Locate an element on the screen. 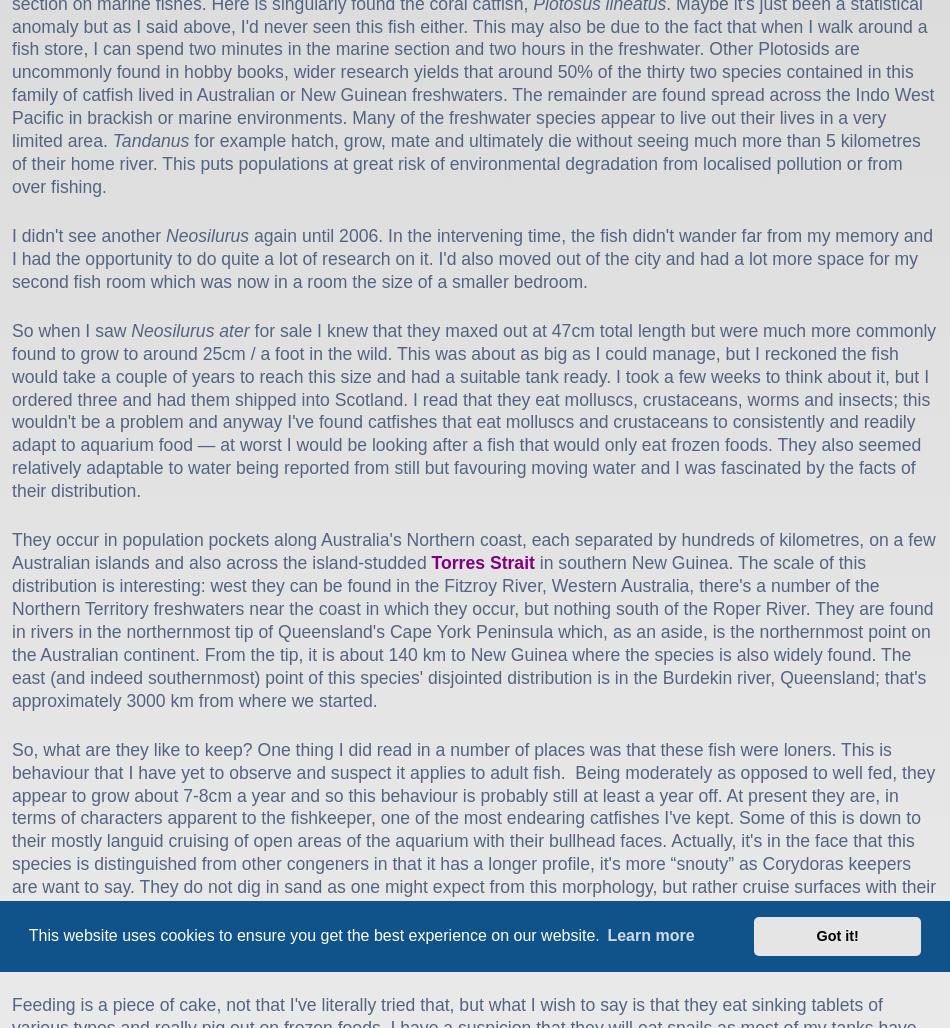 Image resolution: width=950 pixels, height=1028 pixels. 'Got it!' is located at coordinates (836, 935).